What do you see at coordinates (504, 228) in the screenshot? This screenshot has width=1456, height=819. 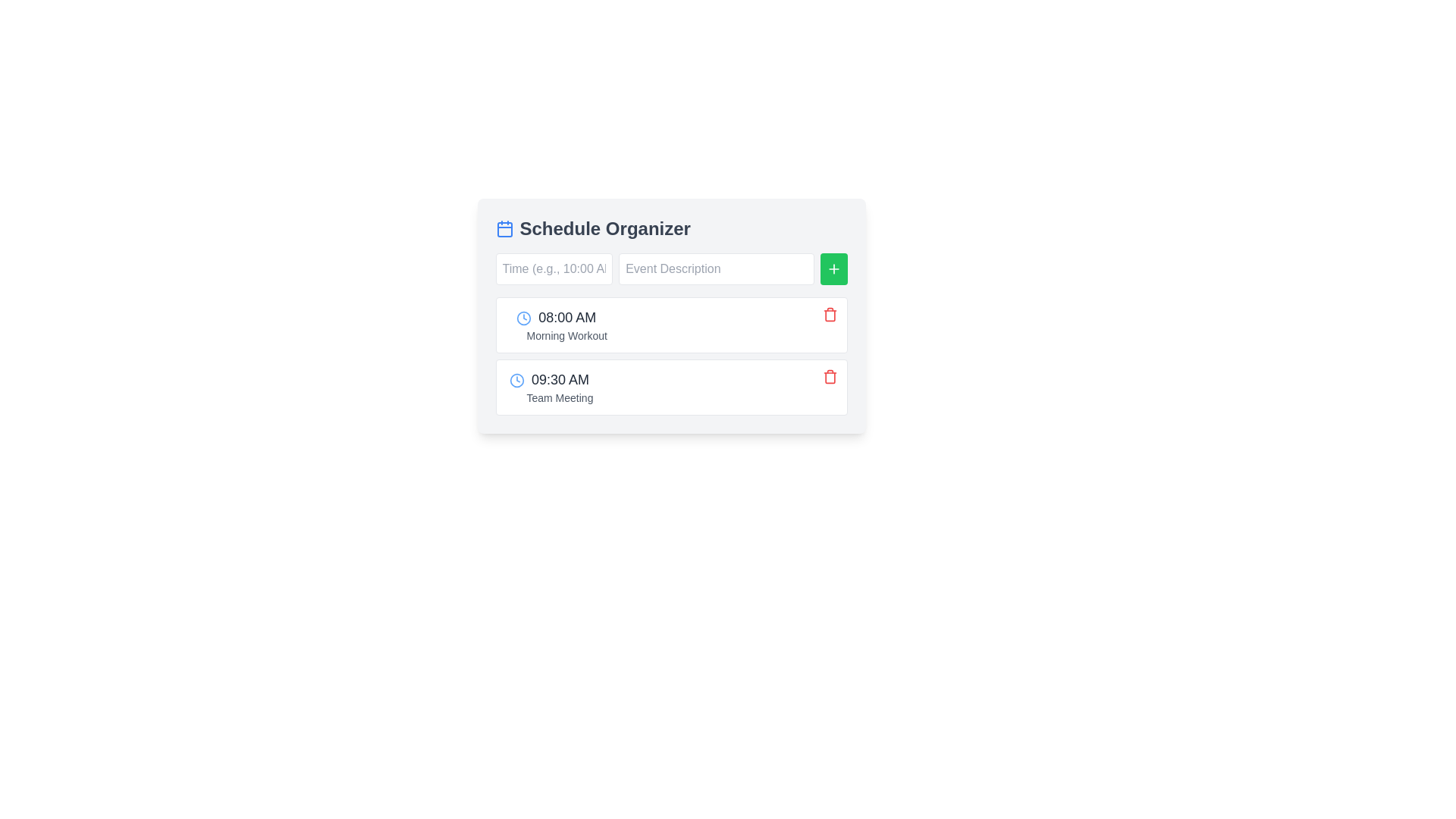 I see `the icon located to the left of the 'Schedule Organizer' heading, which serves as a visual cue for the scheduling interface` at bounding box center [504, 228].